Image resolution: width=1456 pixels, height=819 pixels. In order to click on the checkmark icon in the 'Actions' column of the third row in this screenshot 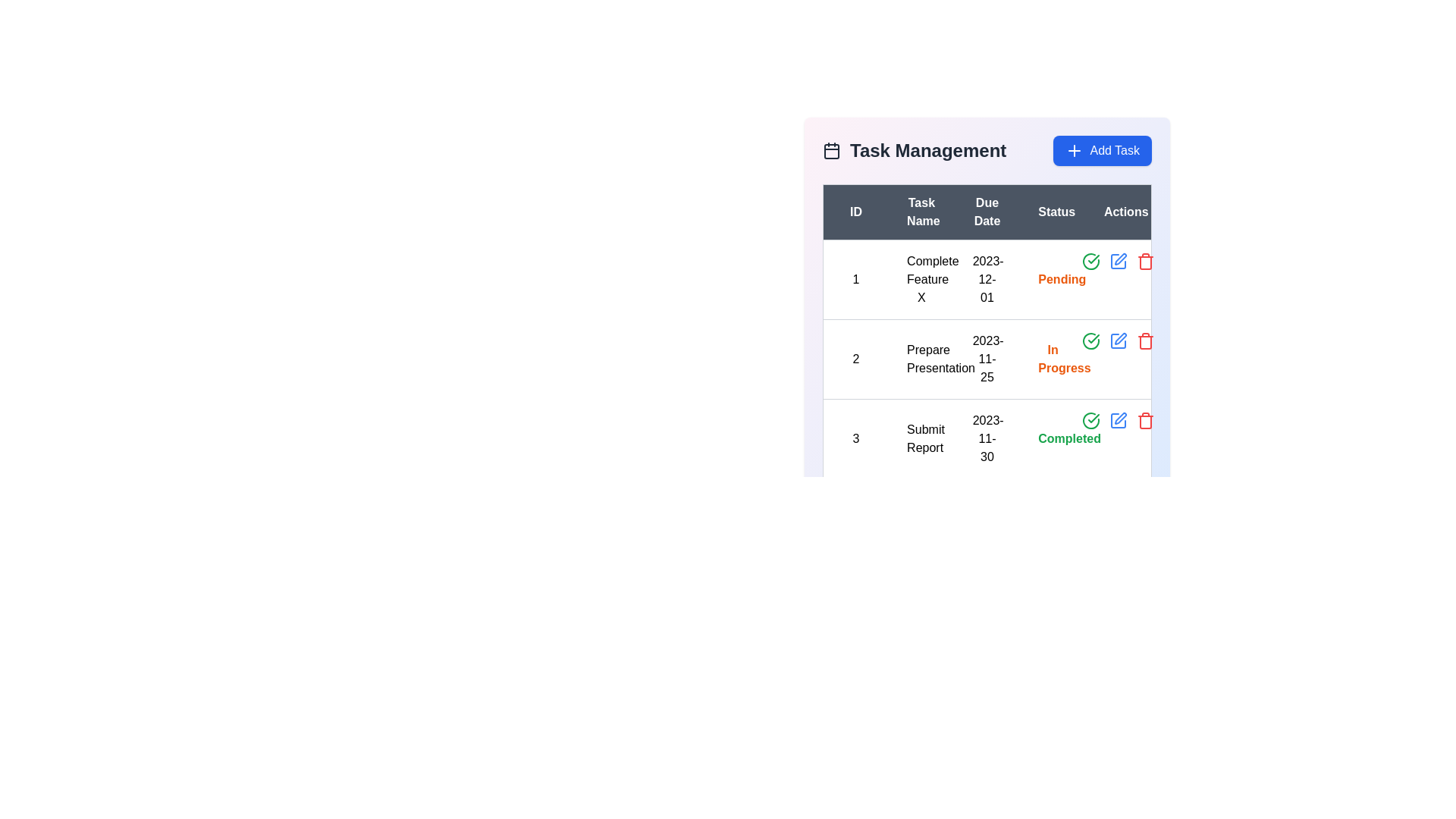, I will do `click(1094, 338)`.